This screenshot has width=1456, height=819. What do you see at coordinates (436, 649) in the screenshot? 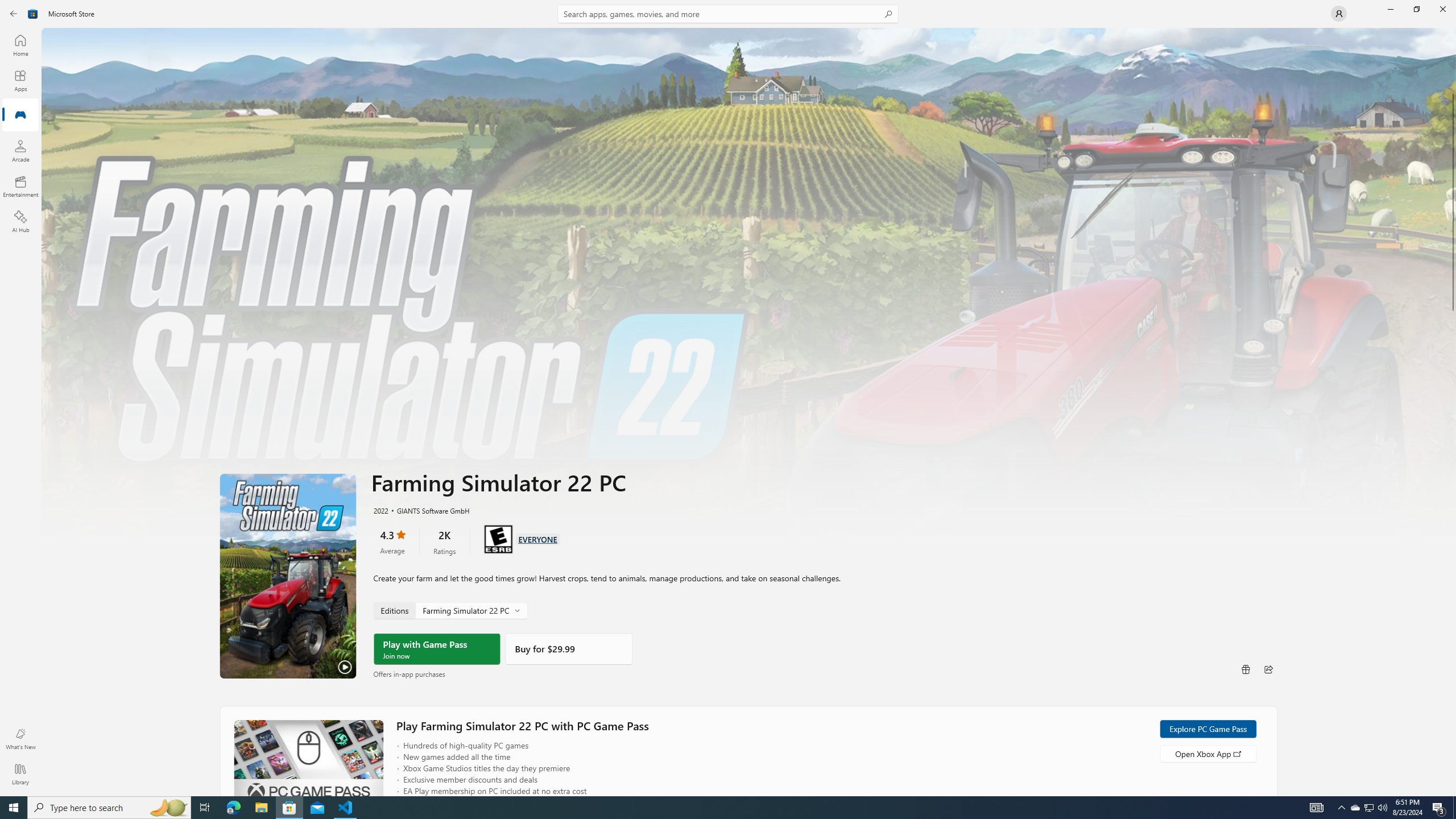
I see `'Play with Game Pass'` at bounding box center [436, 649].